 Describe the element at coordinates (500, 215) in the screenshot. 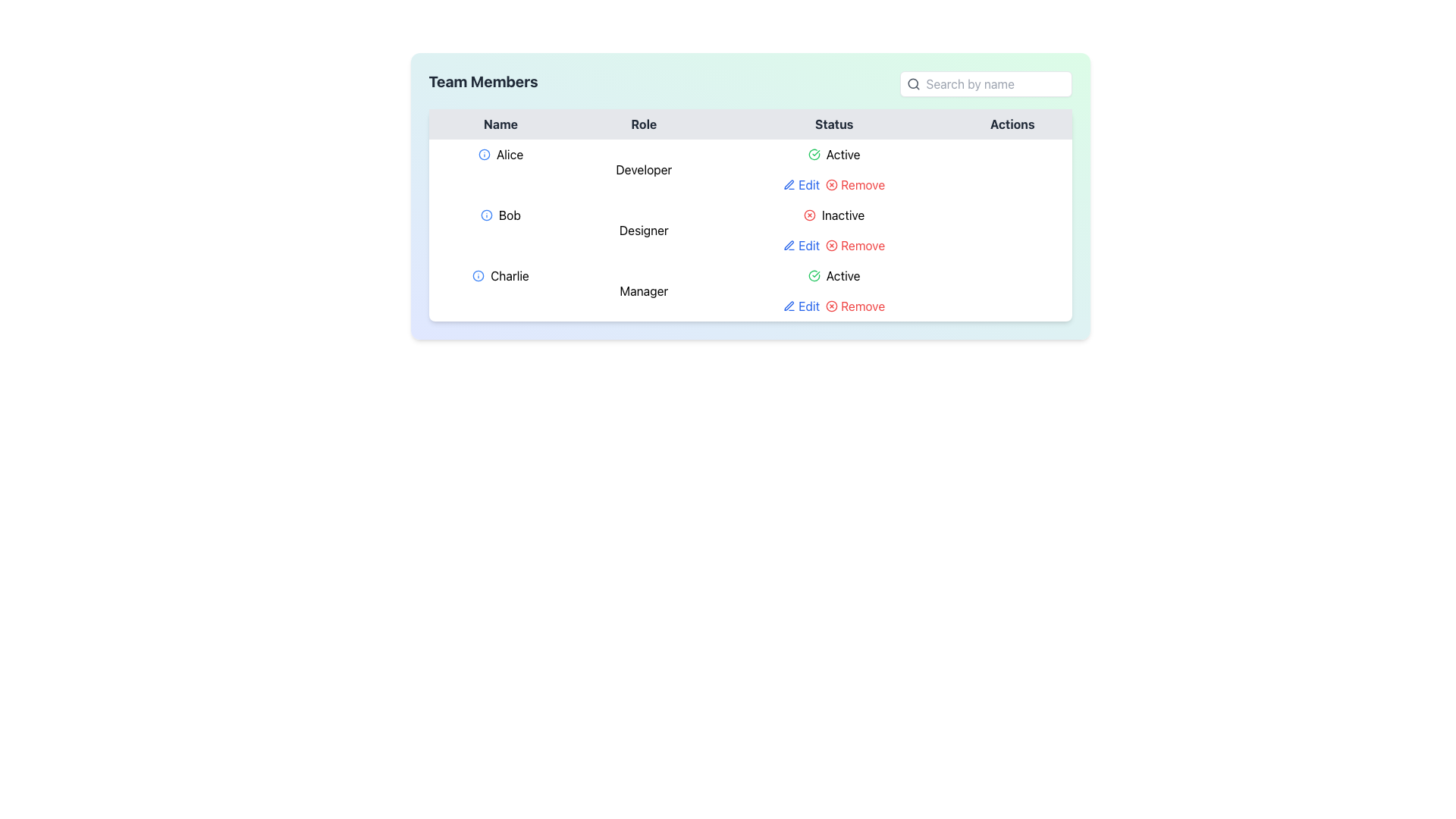

I see `the small circular icon with an 'i' next to the text label 'Bob' in the 'Team Members' table` at that location.